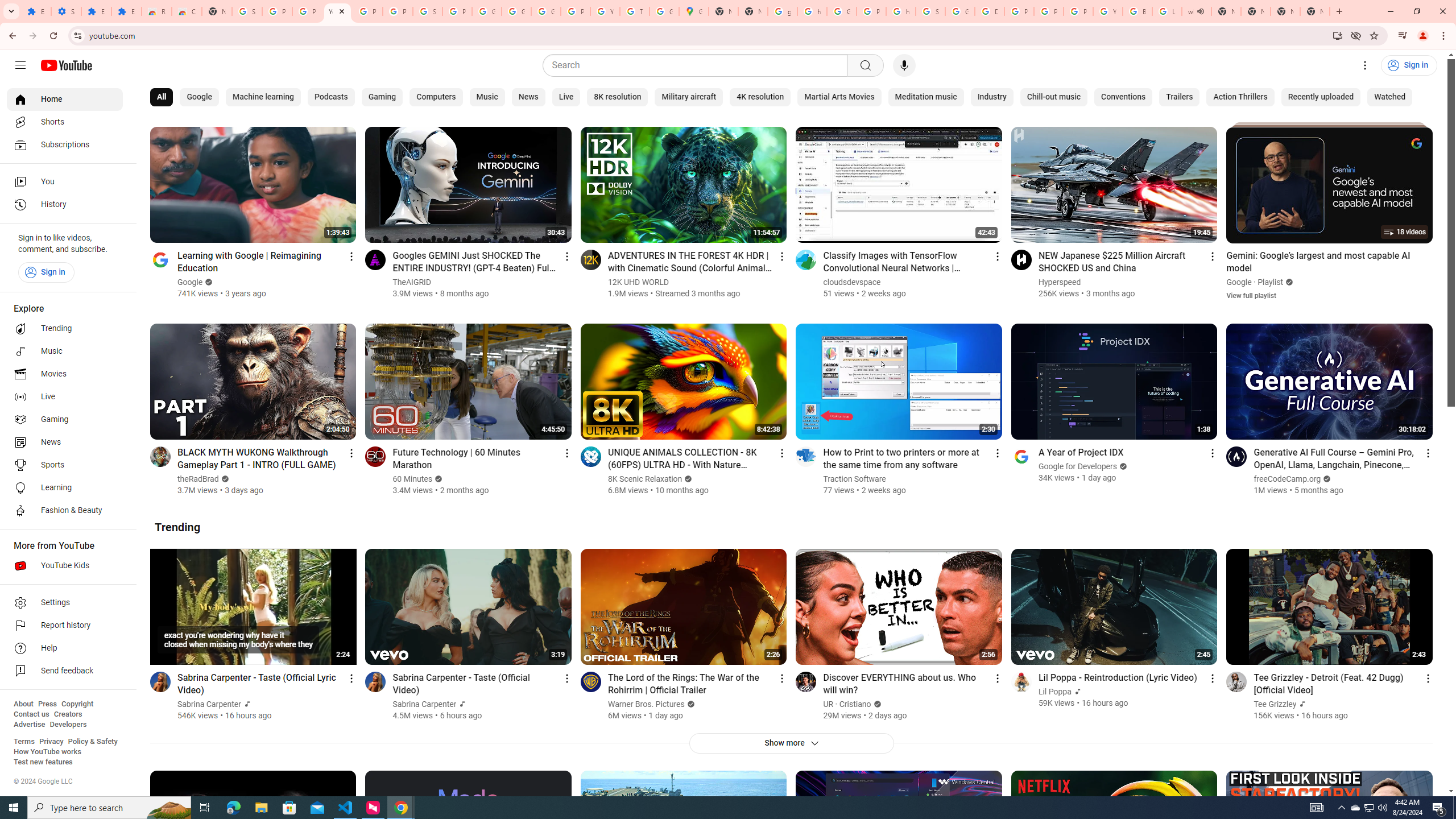  What do you see at coordinates (64, 671) in the screenshot?
I see `'Send feedback'` at bounding box center [64, 671].